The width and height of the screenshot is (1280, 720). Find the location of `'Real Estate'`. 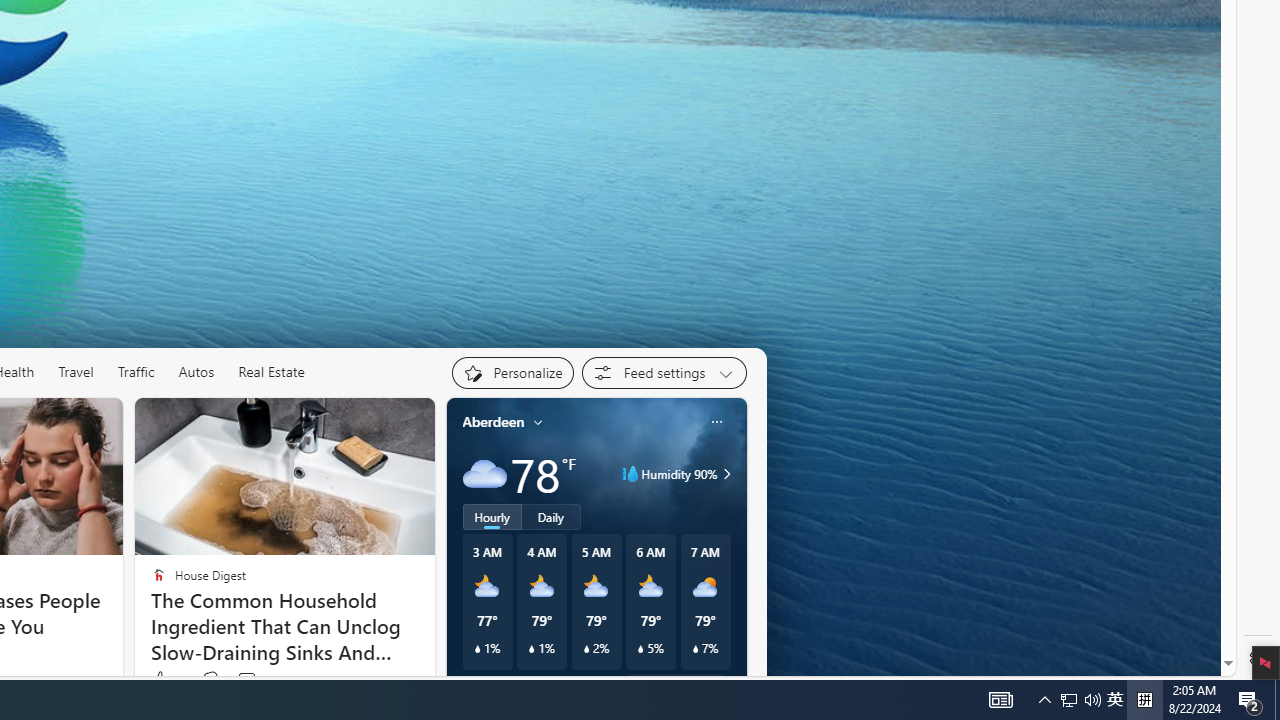

'Real Estate' is located at coordinates (271, 372).